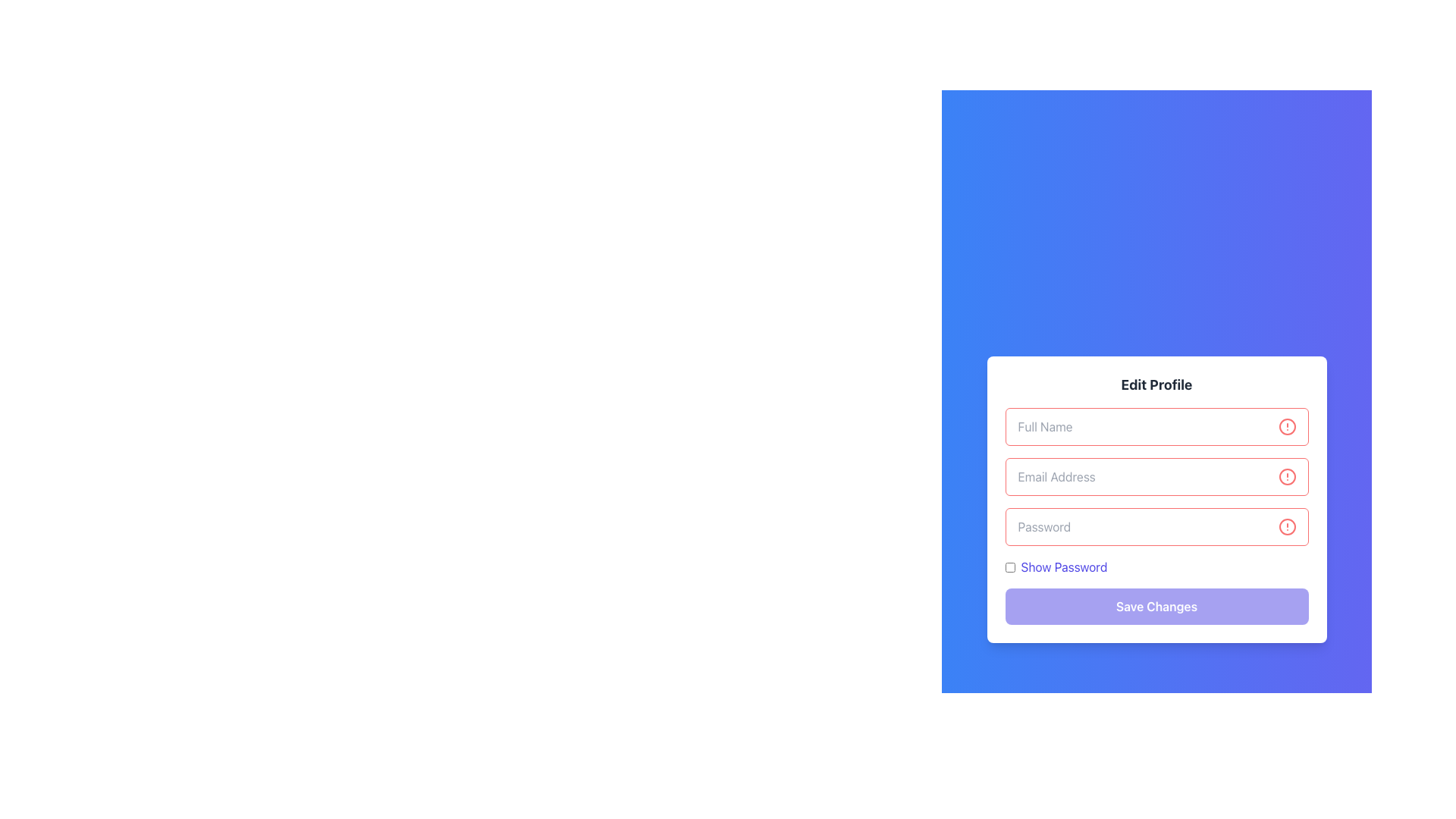 This screenshot has height=819, width=1456. I want to click on the 'Show Password' label, so click(1063, 567).